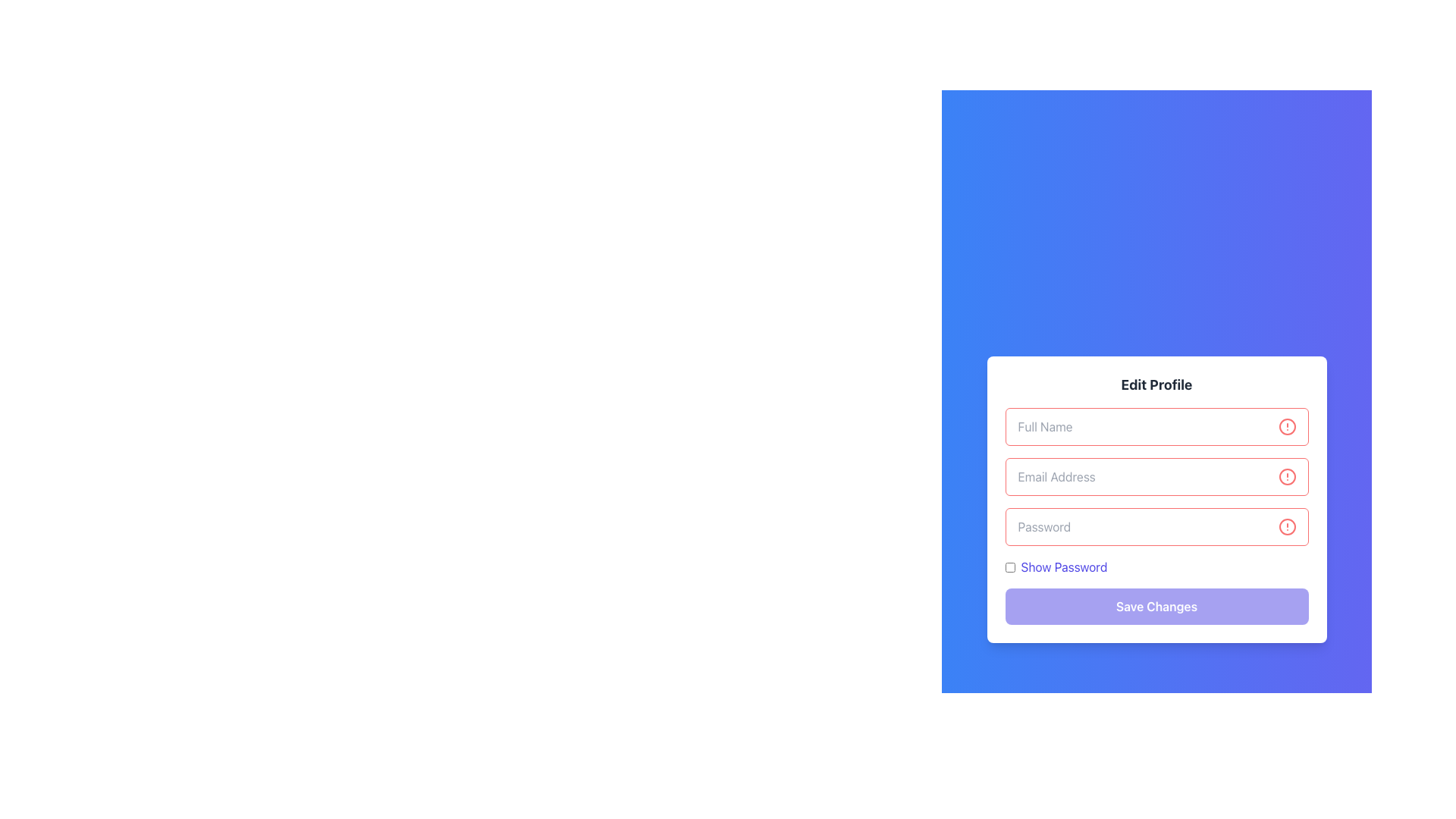 This screenshot has height=819, width=1456. I want to click on the 'Show Password' label, so click(1063, 567).